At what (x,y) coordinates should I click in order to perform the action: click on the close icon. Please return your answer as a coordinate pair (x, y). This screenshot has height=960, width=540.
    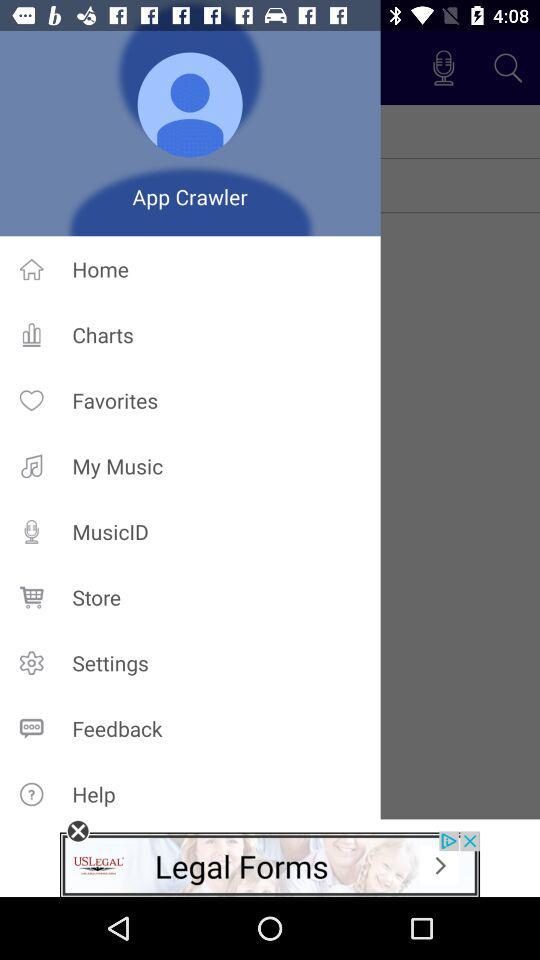
    Looking at the image, I should click on (77, 831).